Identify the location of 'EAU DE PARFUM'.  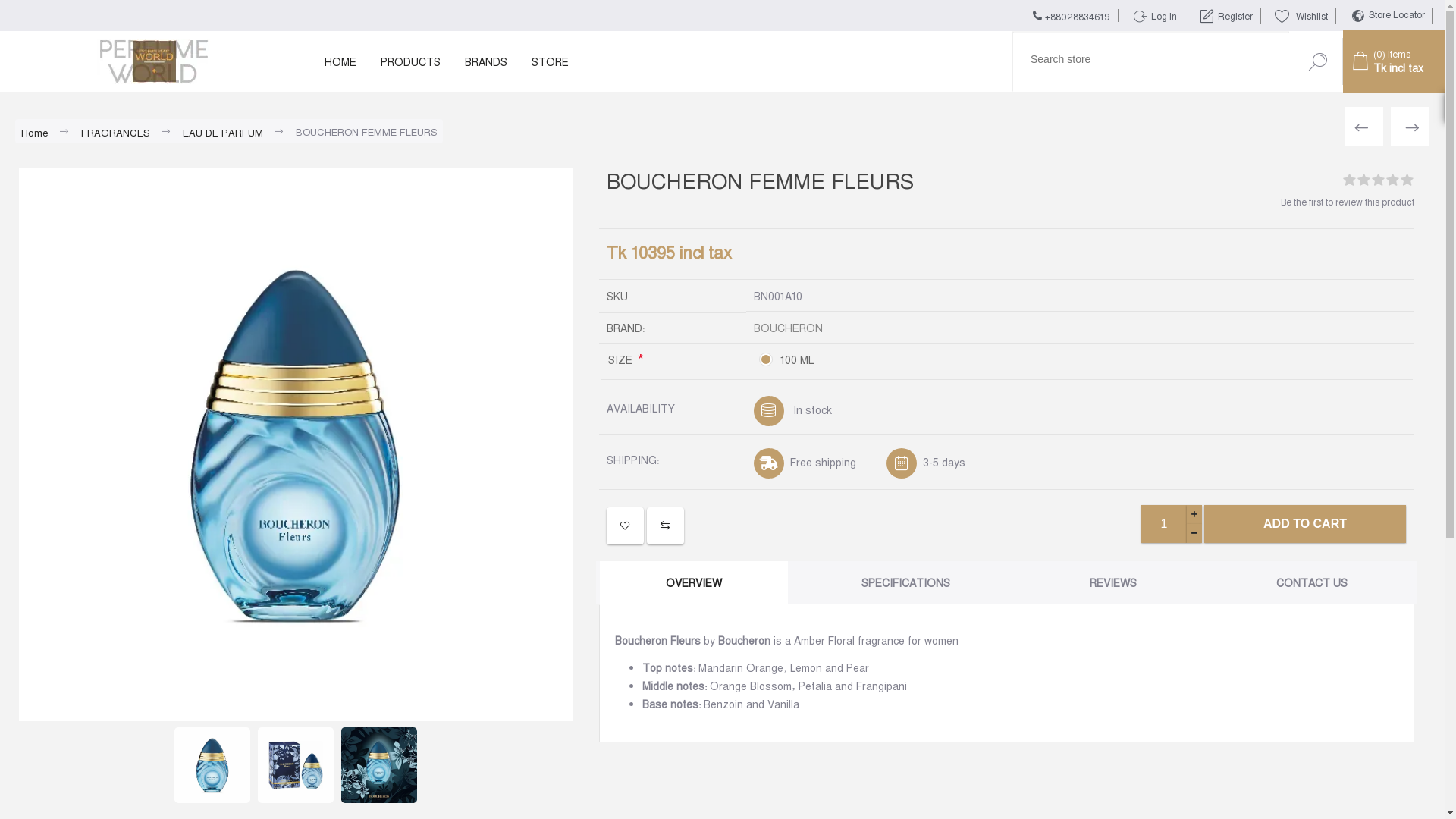
(221, 130).